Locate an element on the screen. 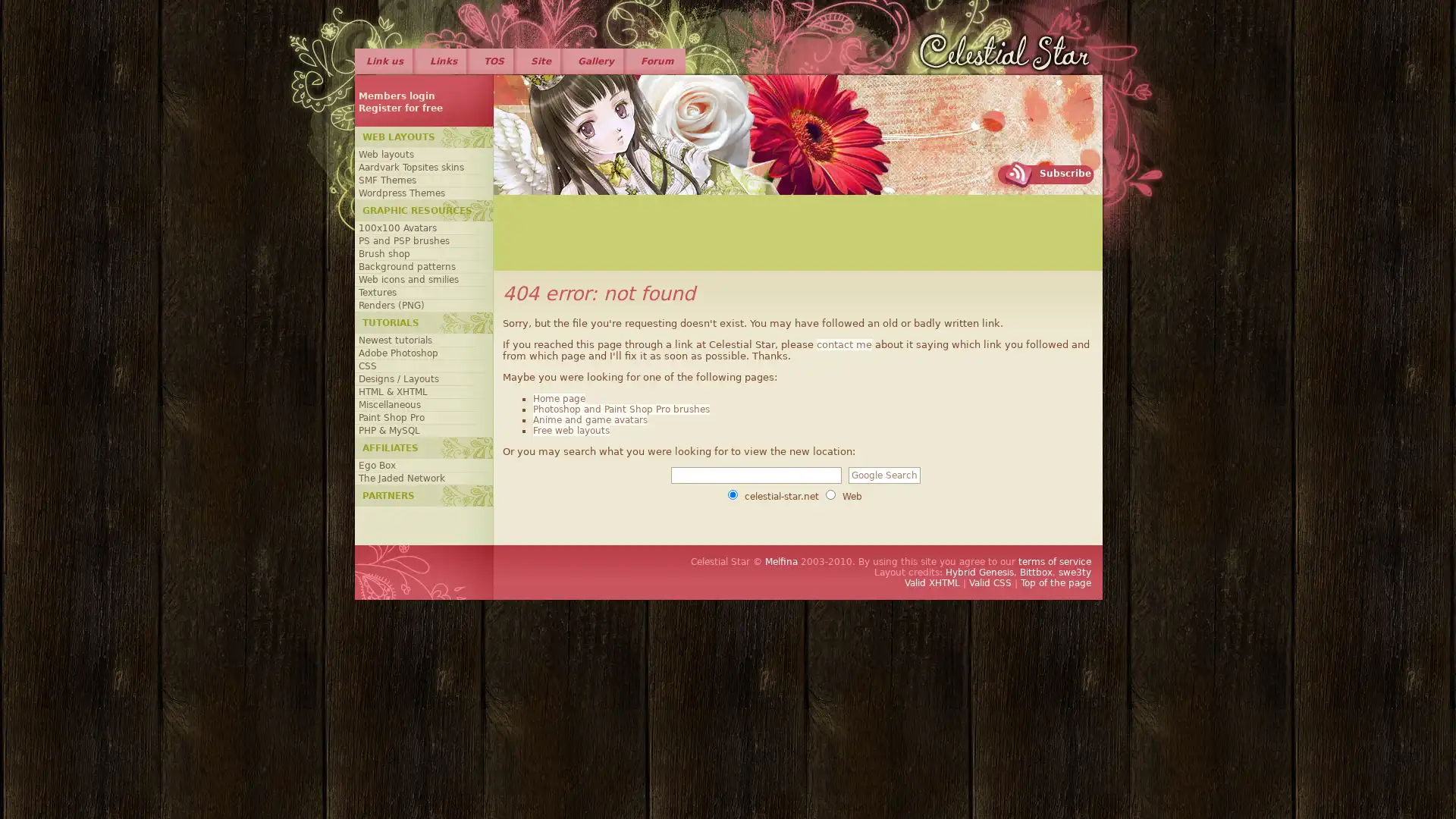 This screenshot has height=819, width=1456. Google Search is located at coordinates (884, 473).